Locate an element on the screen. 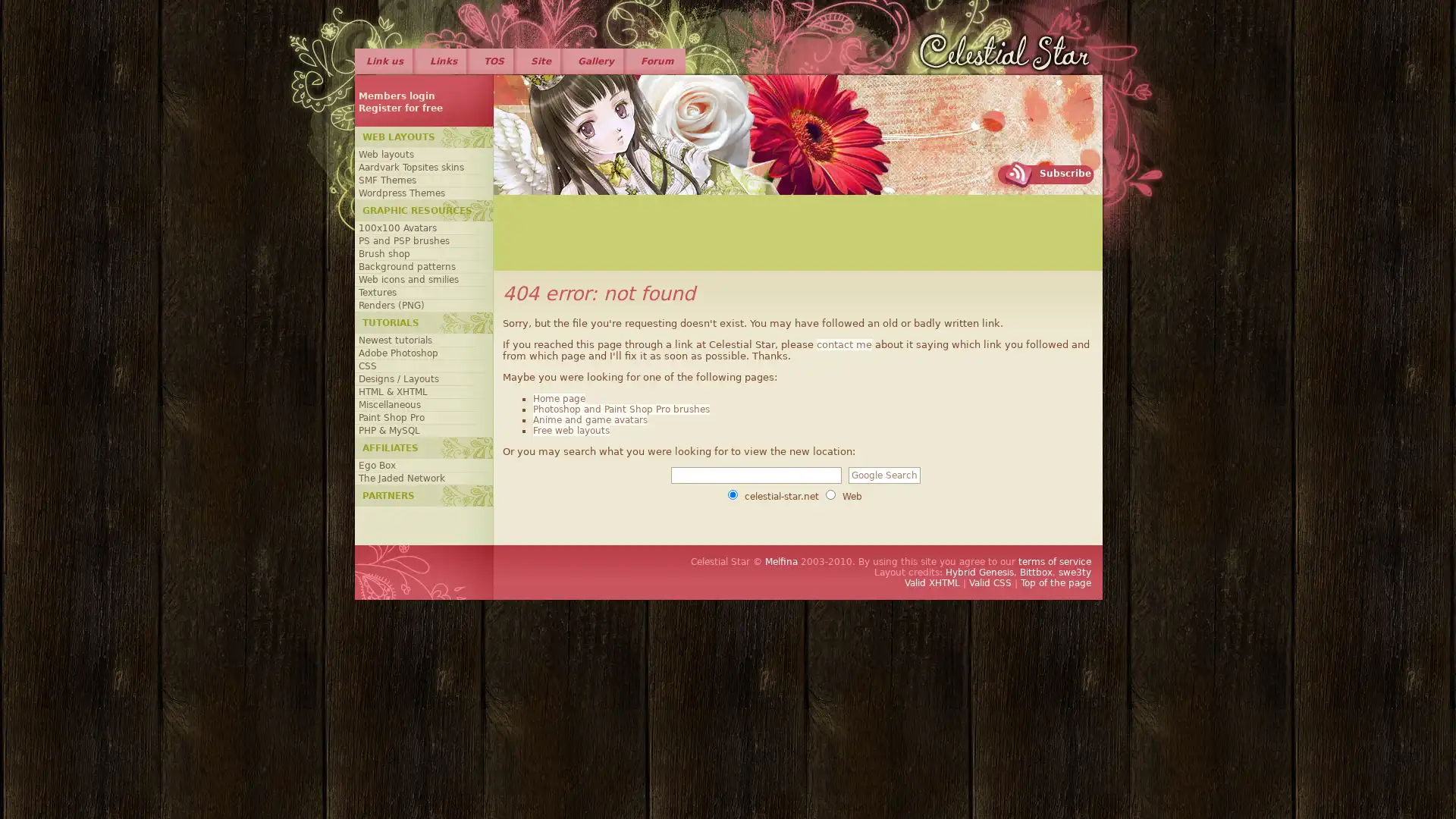 This screenshot has height=819, width=1456. Google Search is located at coordinates (884, 473).